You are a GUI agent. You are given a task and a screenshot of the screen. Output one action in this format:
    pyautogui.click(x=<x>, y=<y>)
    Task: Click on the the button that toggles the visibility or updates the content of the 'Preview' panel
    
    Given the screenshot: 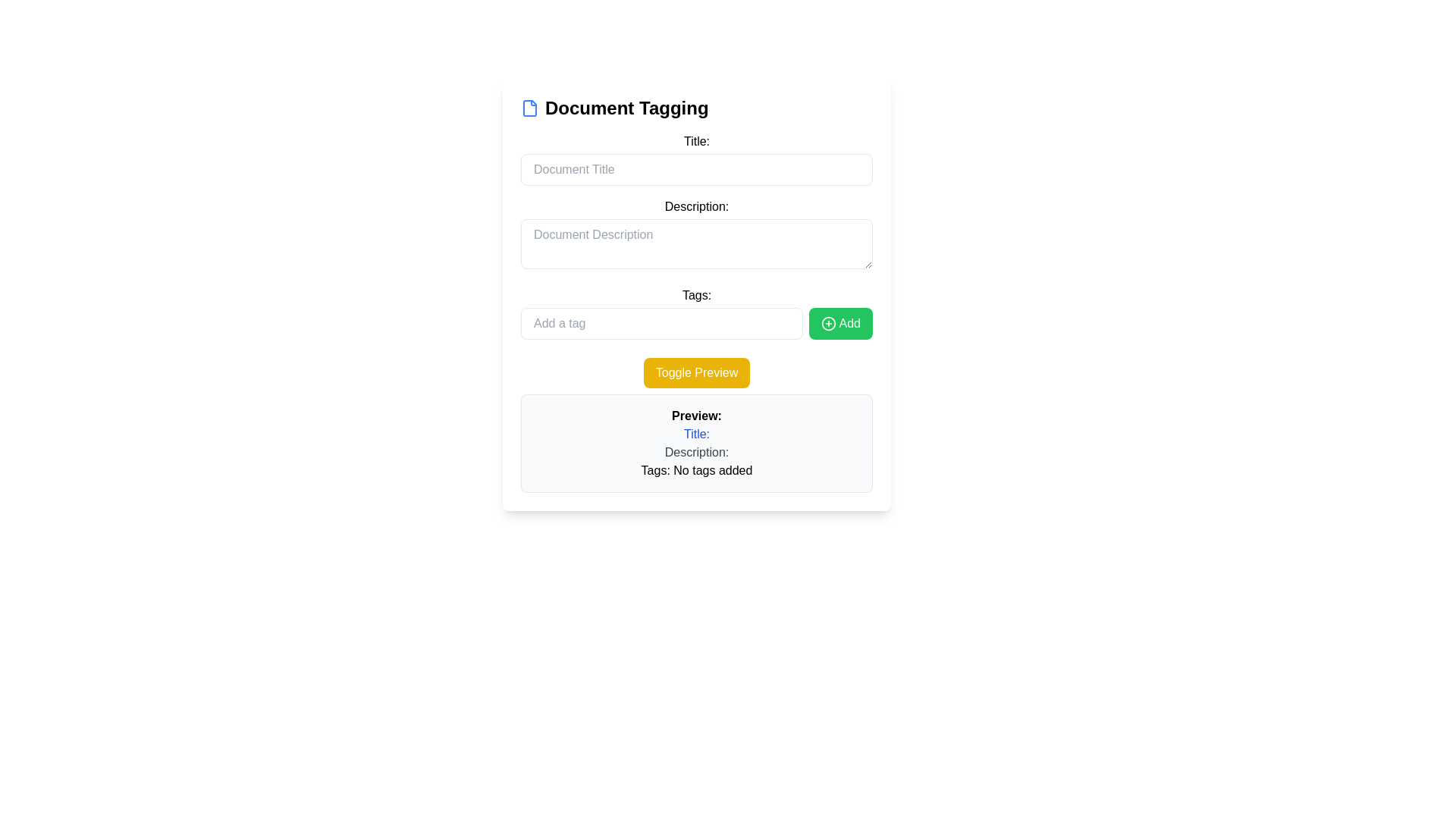 What is the action you would take?
    pyautogui.click(x=695, y=373)
    